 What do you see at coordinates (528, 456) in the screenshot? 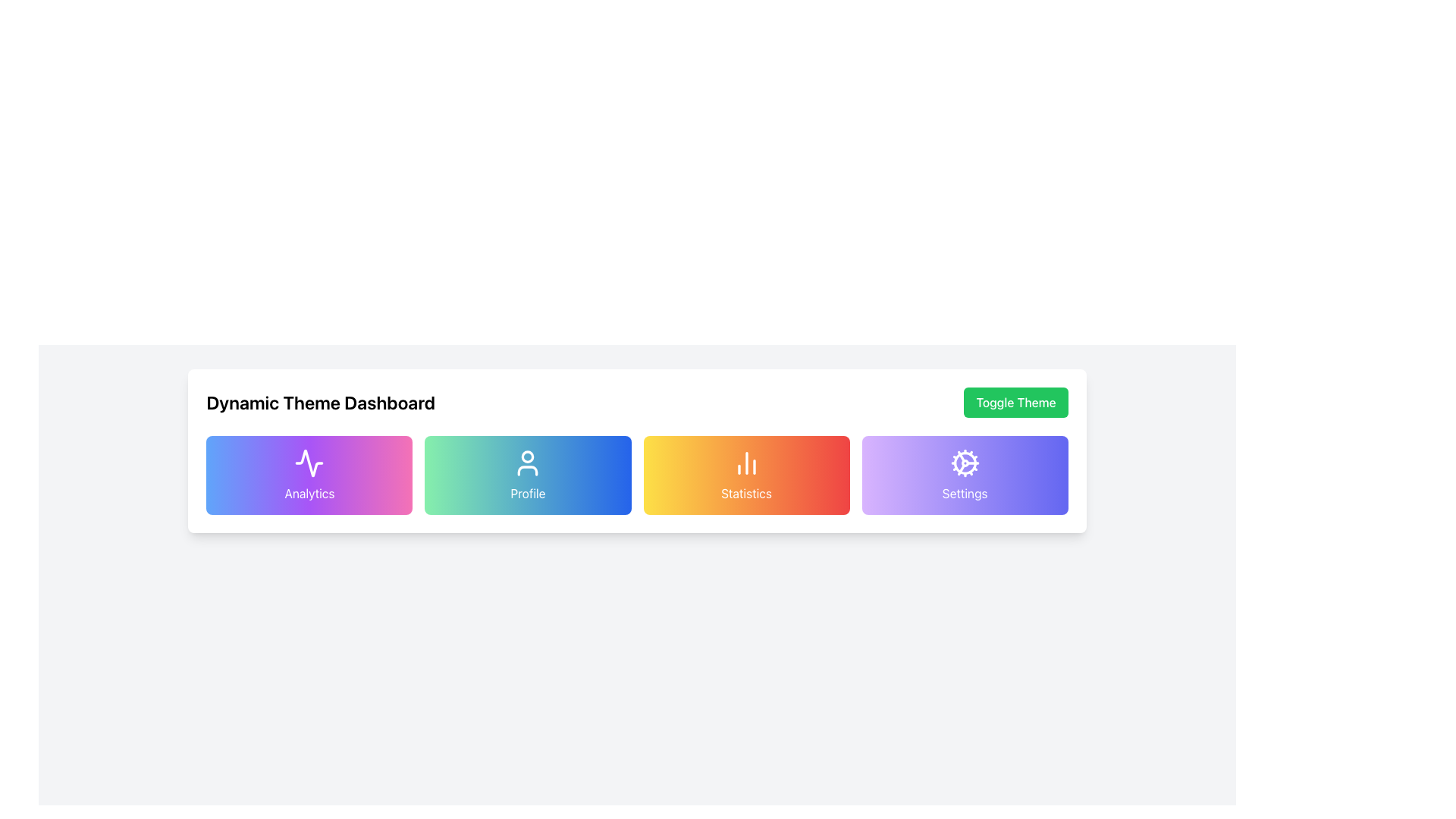
I see `the position of the small circular SVG element located at the top section of the 'Profile' icon` at bounding box center [528, 456].